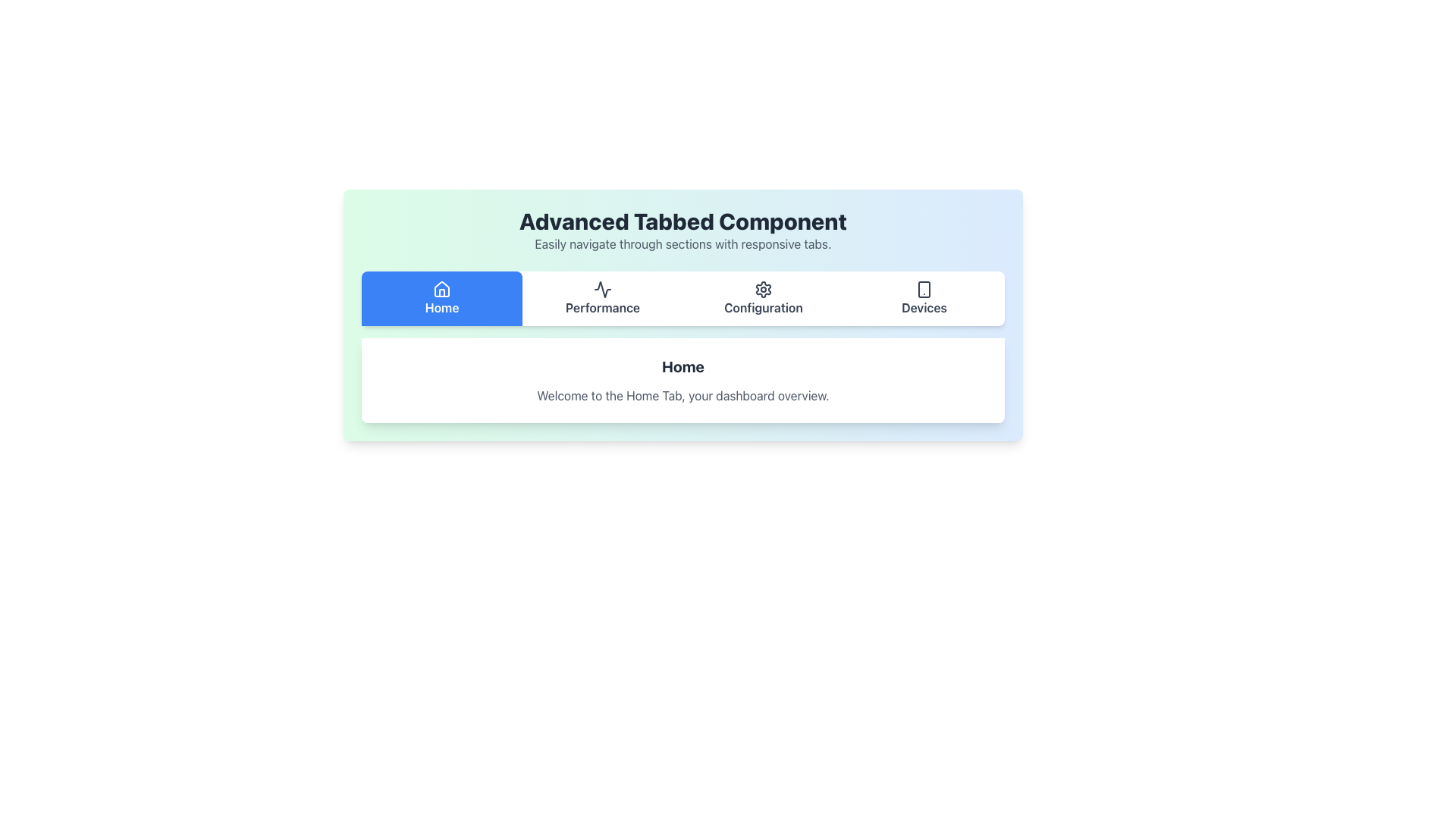 The image size is (1456, 819). What do you see at coordinates (602, 298) in the screenshot?
I see `the 'Performance' tab button, which is the second tab in the horizontal tab bar located between 'Home' and 'Configuration'` at bounding box center [602, 298].